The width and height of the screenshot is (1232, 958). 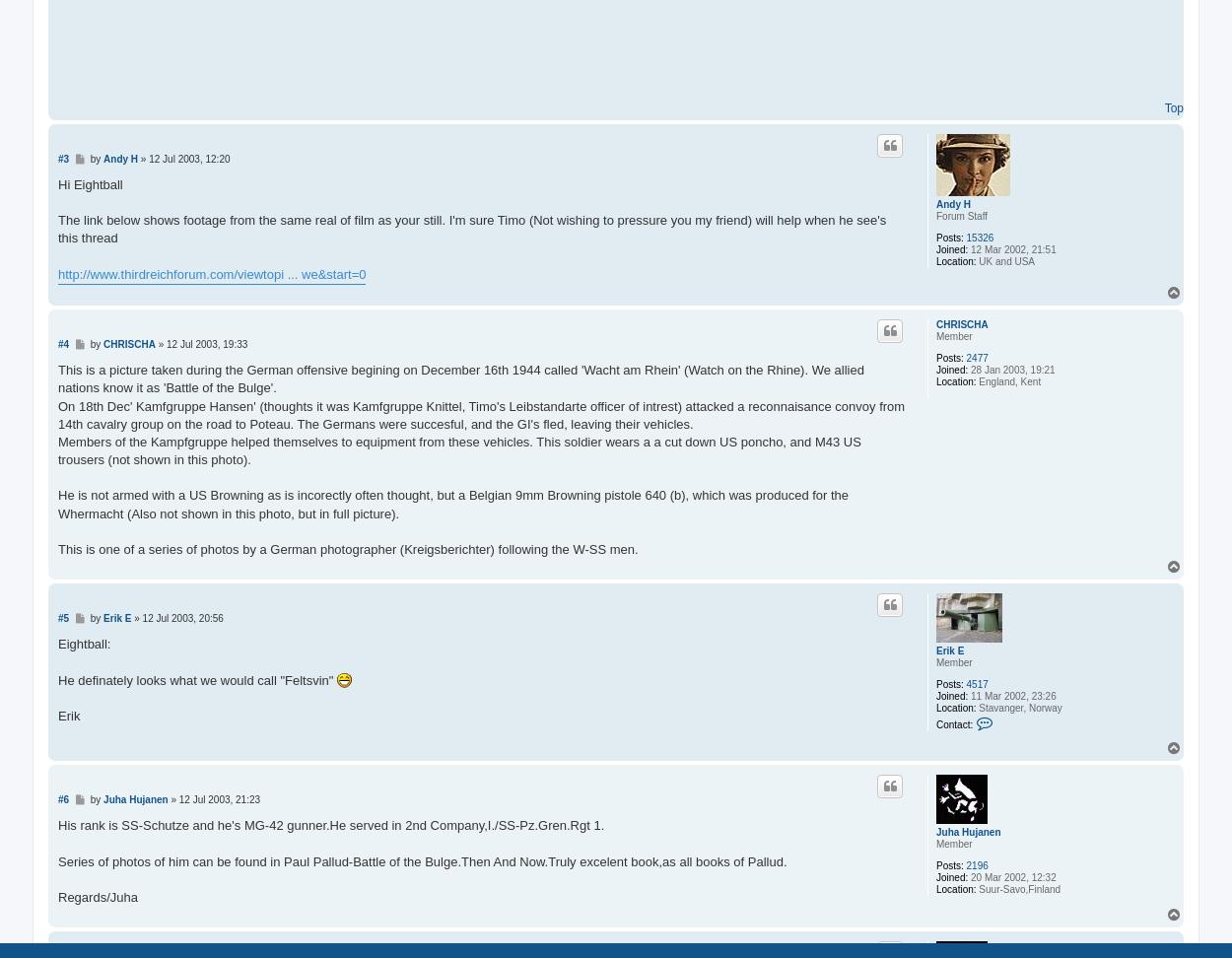 What do you see at coordinates (62, 798) in the screenshot?
I see `'#6'` at bounding box center [62, 798].